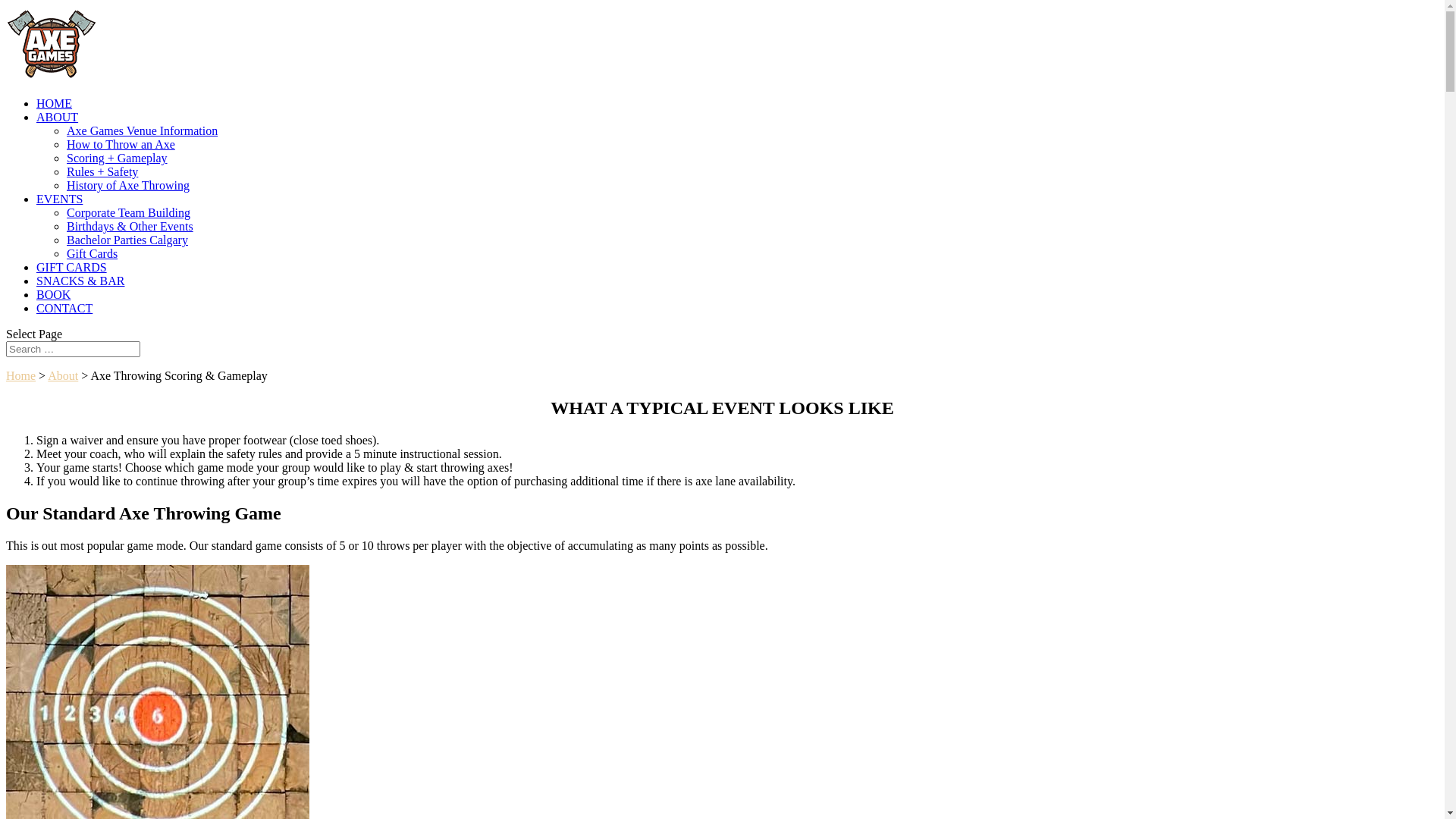  I want to click on 'SNACKS & BAR', so click(36, 281).